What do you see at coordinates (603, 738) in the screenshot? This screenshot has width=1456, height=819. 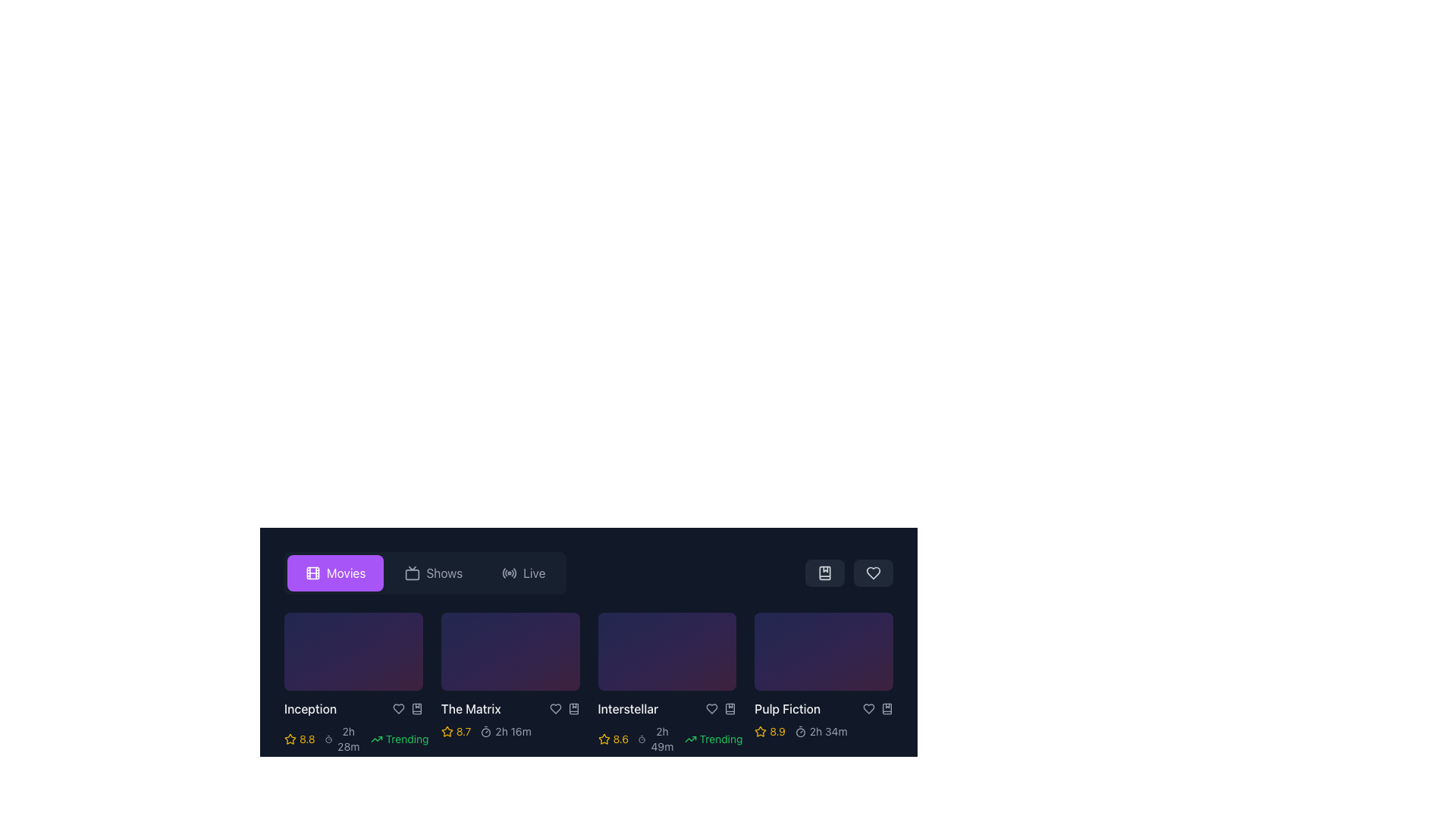 I see `the star icon under the movie 'Interstellar'` at bounding box center [603, 738].